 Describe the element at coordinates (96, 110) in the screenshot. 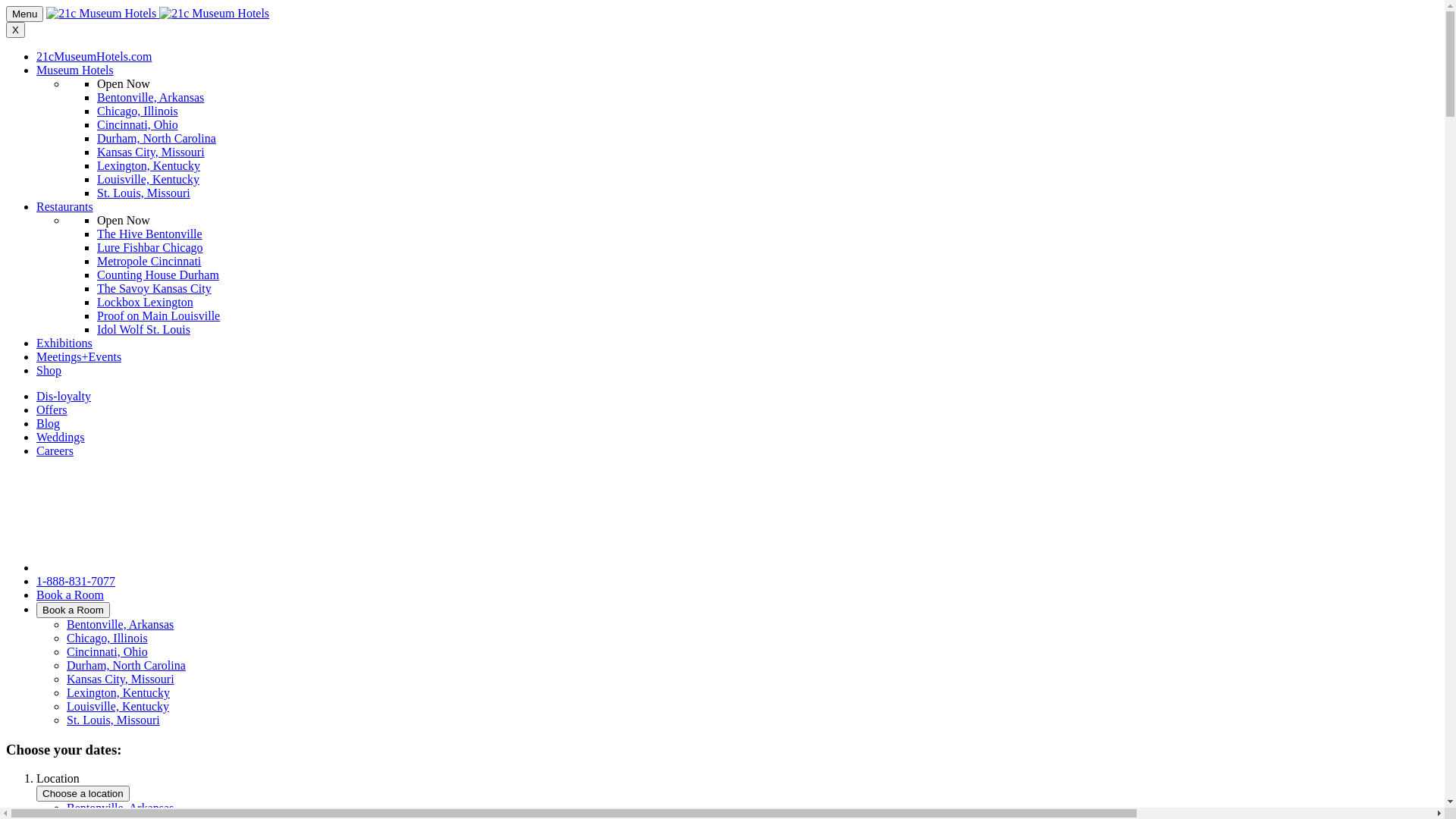

I see `'Chicago, Illinois'` at that location.